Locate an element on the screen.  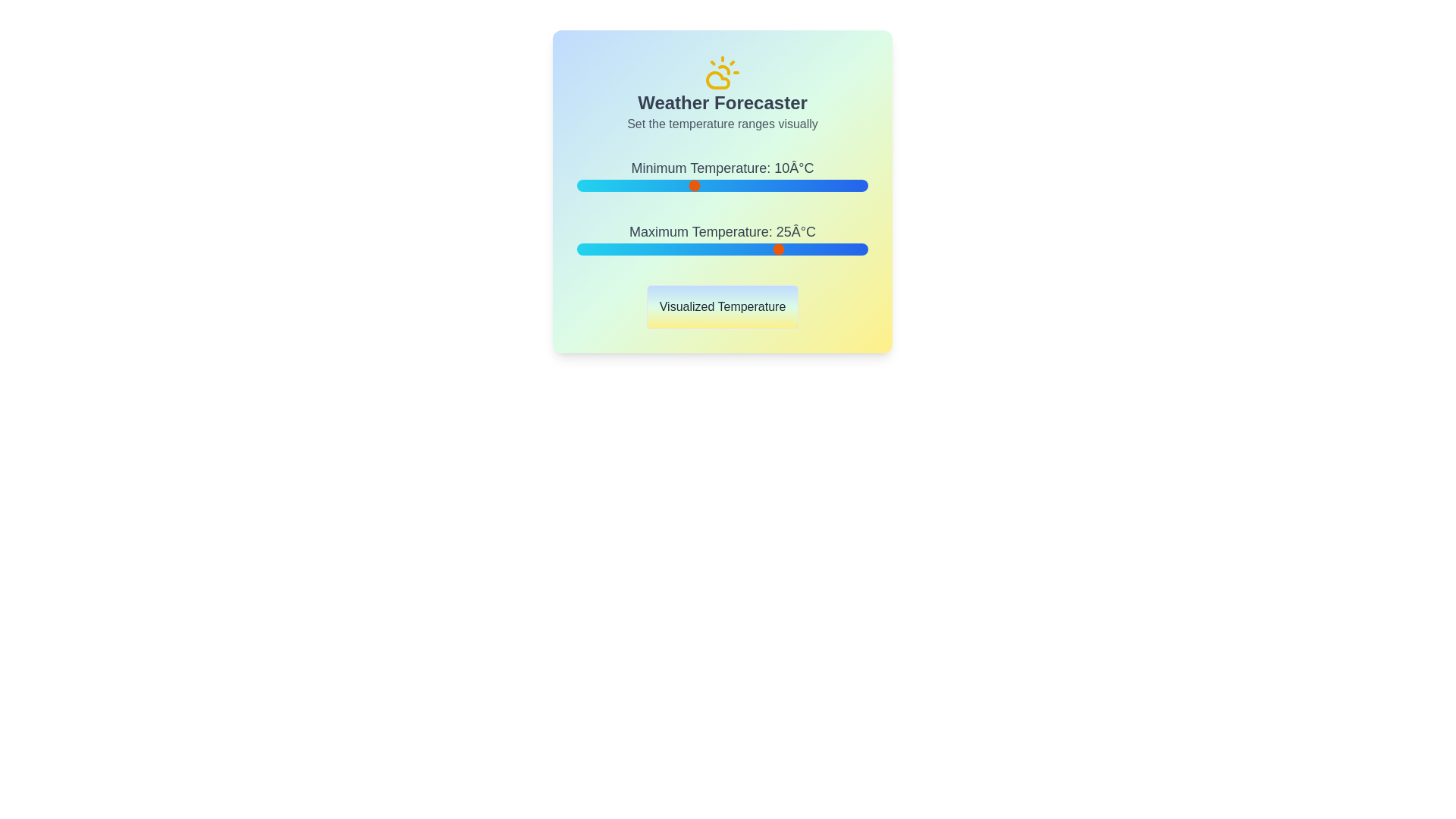
the minimum temperature slider to 12°C is located at coordinates (704, 185).